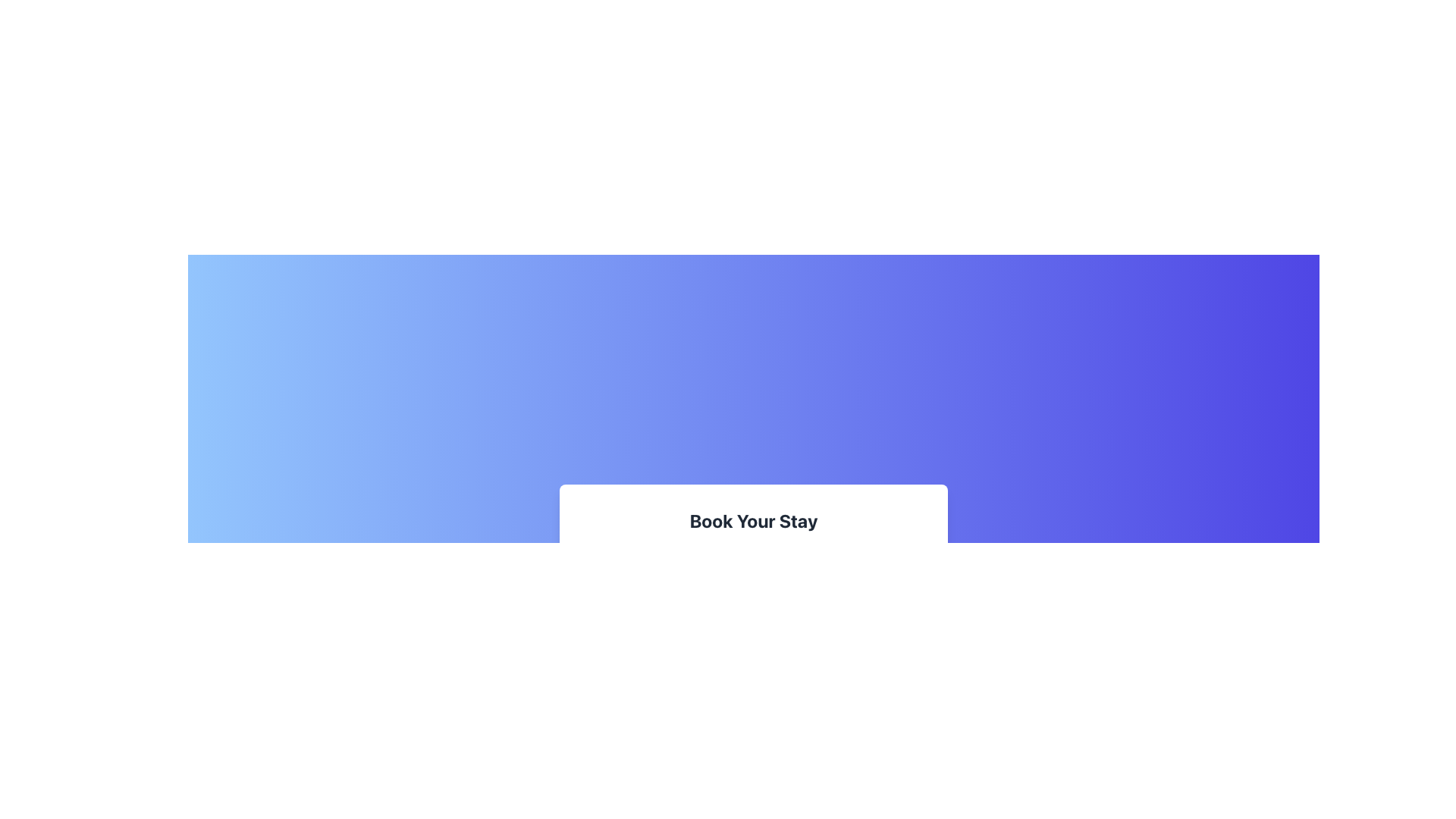  What do you see at coordinates (753, 519) in the screenshot?
I see `the Text Header element that serves as the title for the card, located at the top of the content area` at bounding box center [753, 519].